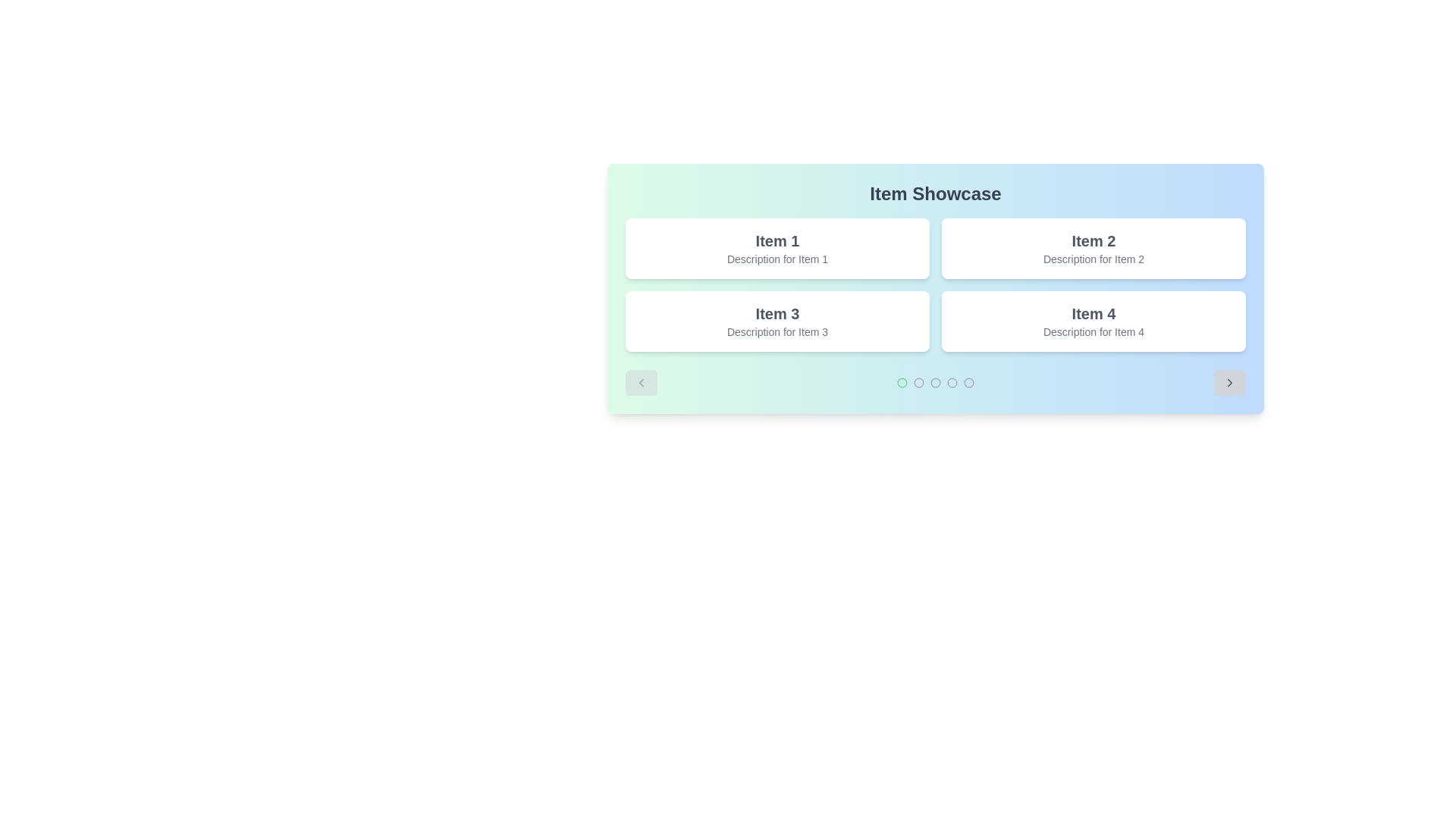 The width and height of the screenshot is (1456, 819). Describe the element at coordinates (777, 259) in the screenshot. I see `text label displaying 'Description for Item 1' which is located beneath the title 'Item 1' in the top left corner of the 'Item Showcase' section` at that location.